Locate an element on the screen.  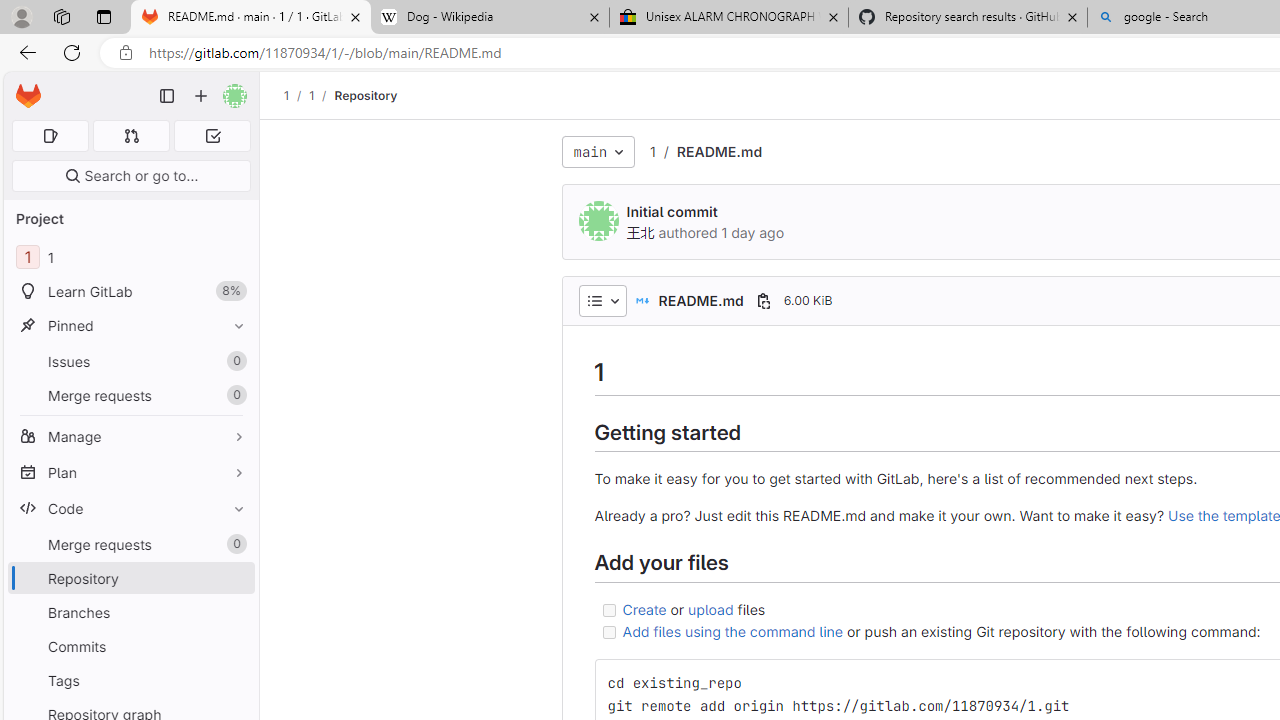
'main' is located at coordinates (597, 150).